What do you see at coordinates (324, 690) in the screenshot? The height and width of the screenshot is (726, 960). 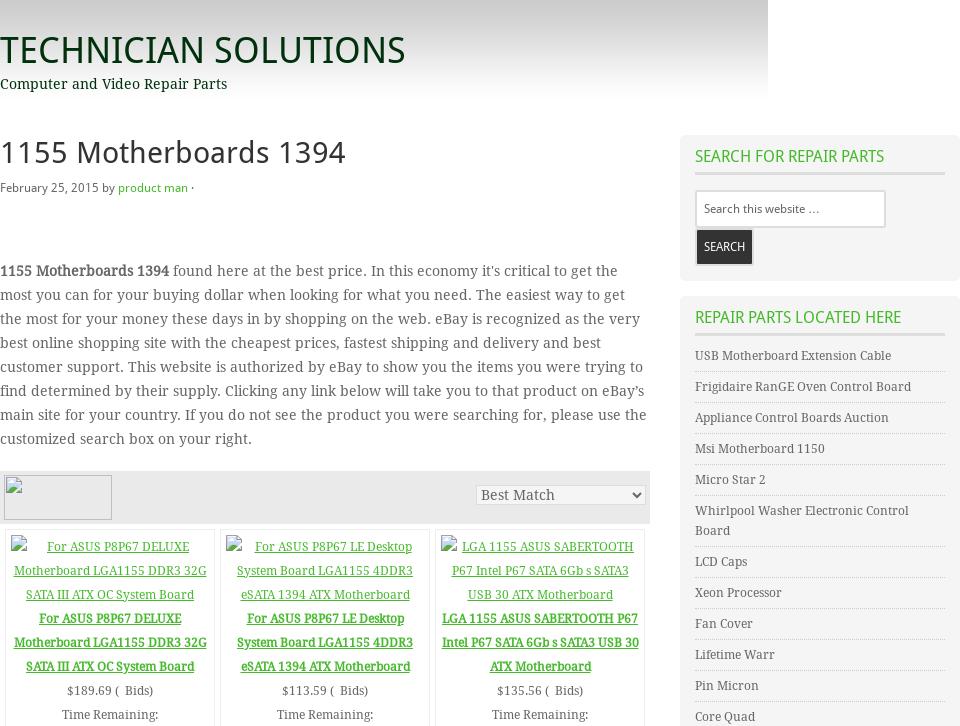 I see `'$113.59 (  Bids)'` at bounding box center [324, 690].